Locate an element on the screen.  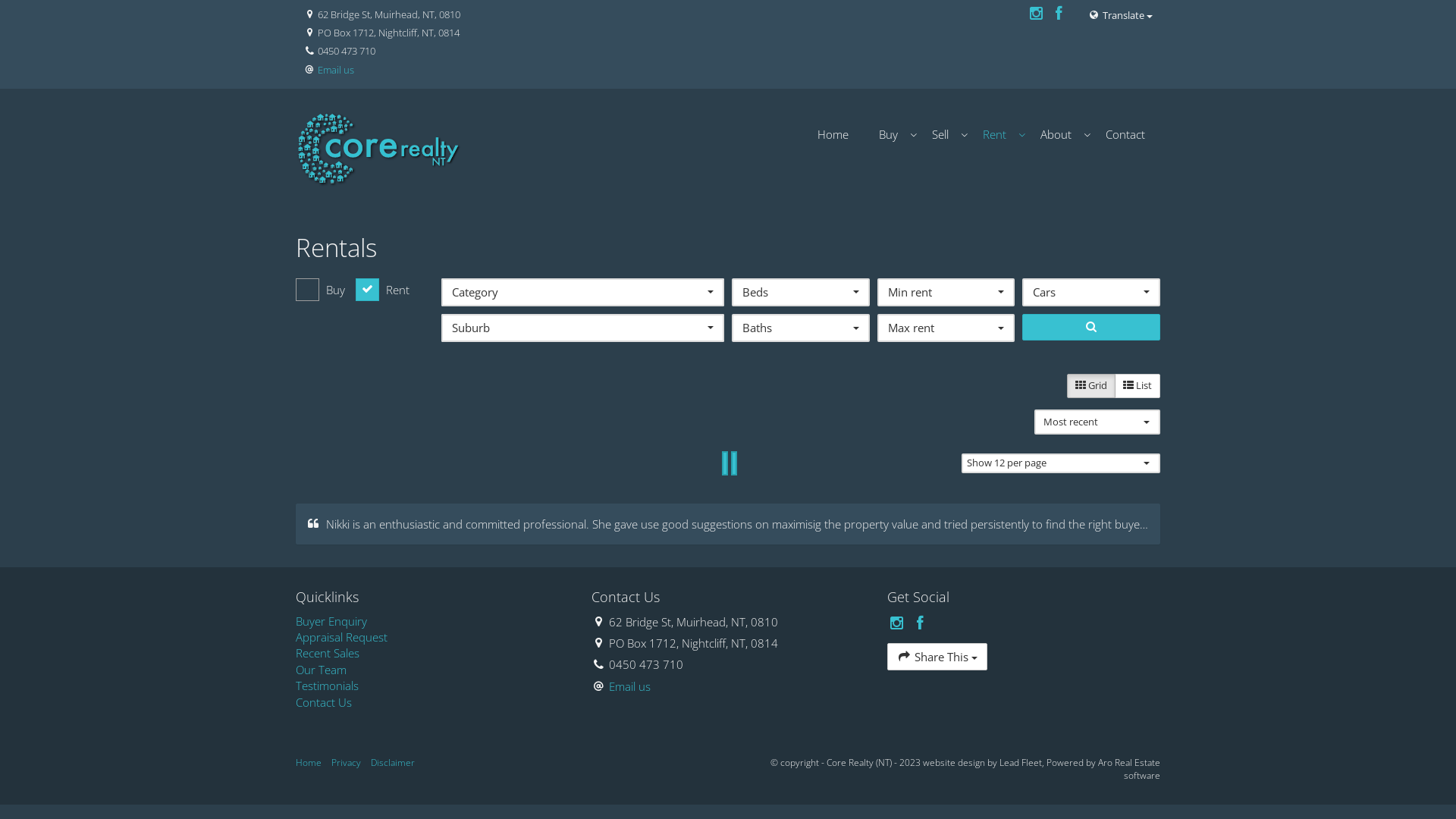
'Share This' is located at coordinates (937, 656).